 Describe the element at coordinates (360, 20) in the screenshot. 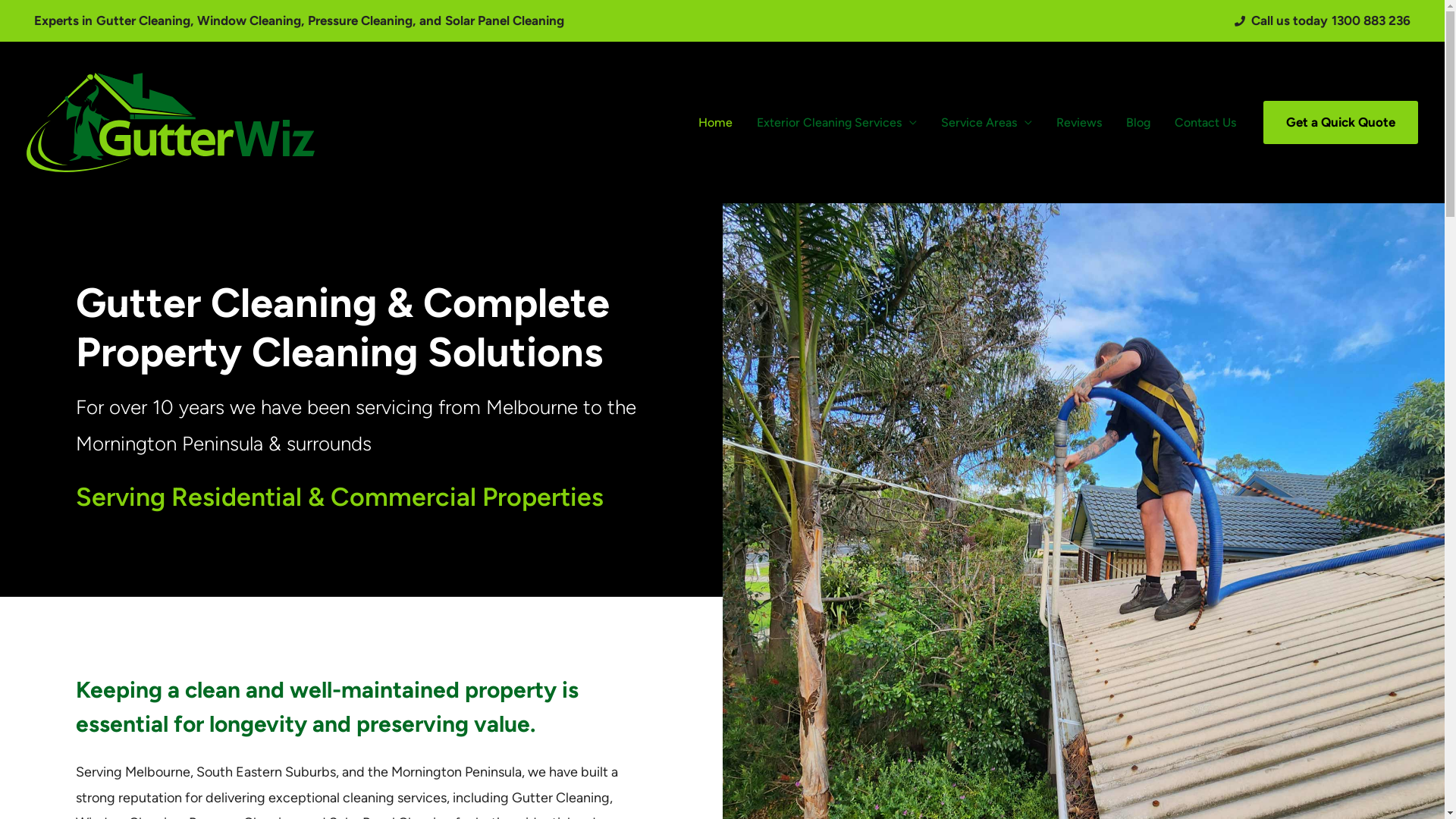

I see `'Pressure Cleaning,'` at that location.